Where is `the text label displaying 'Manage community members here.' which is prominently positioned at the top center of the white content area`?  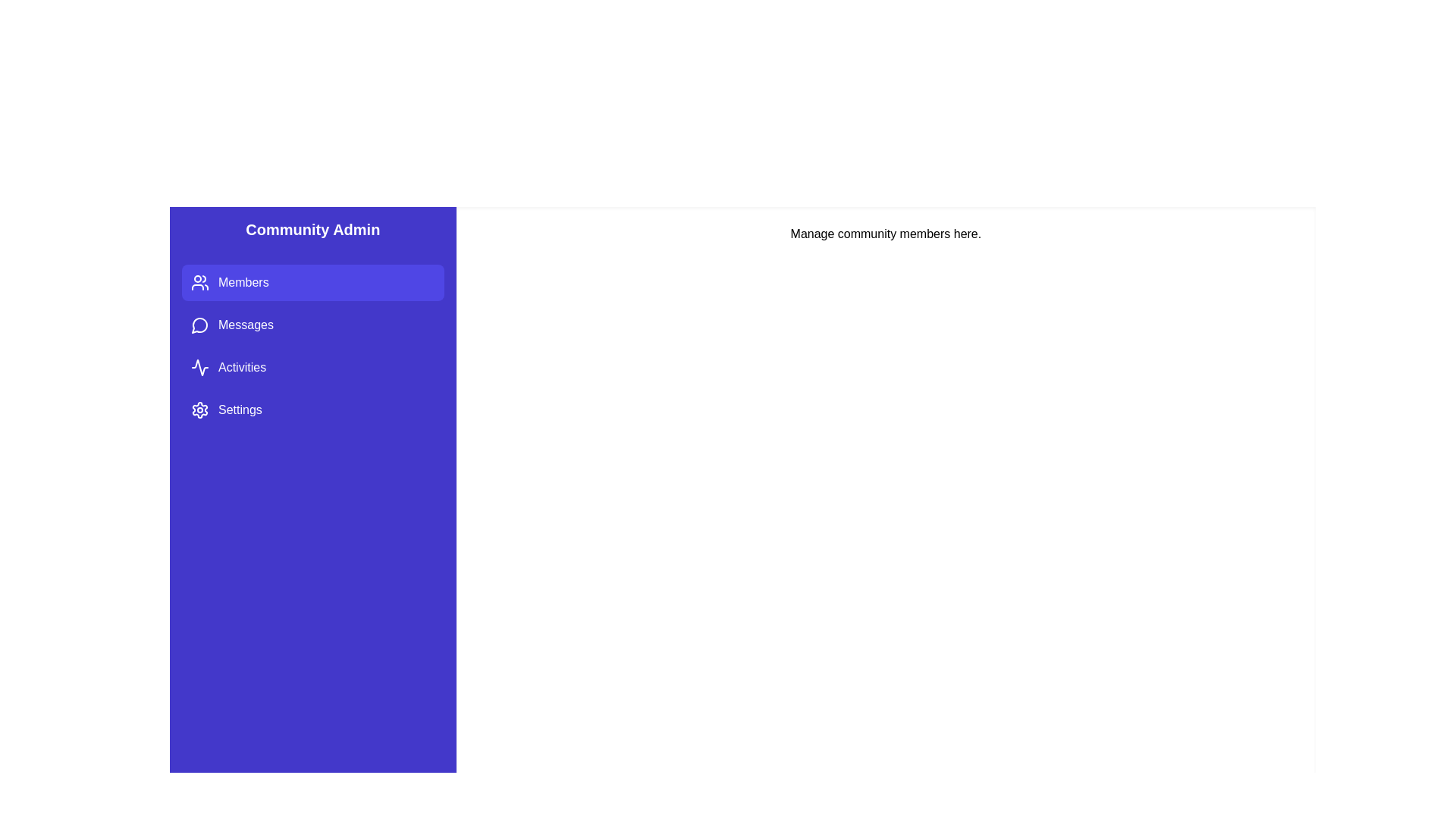
the text label displaying 'Manage community members here.' which is prominently positioned at the top center of the white content area is located at coordinates (886, 234).